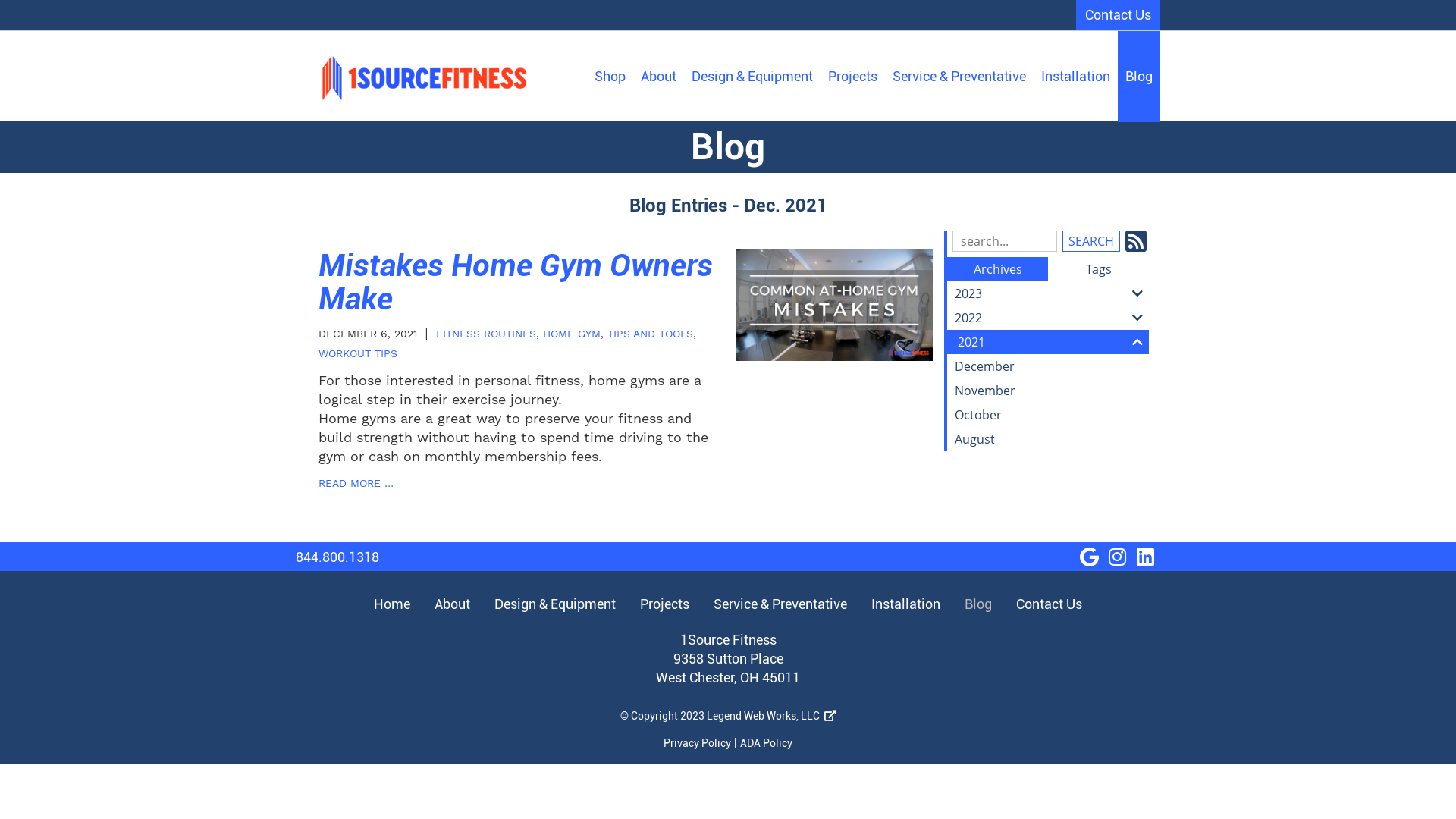 The width and height of the screenshot is (1456, 819). What do you see at coordinates (997, 268) in the screenshot?
I see `'Archives'` at bounding box center [997, 268].